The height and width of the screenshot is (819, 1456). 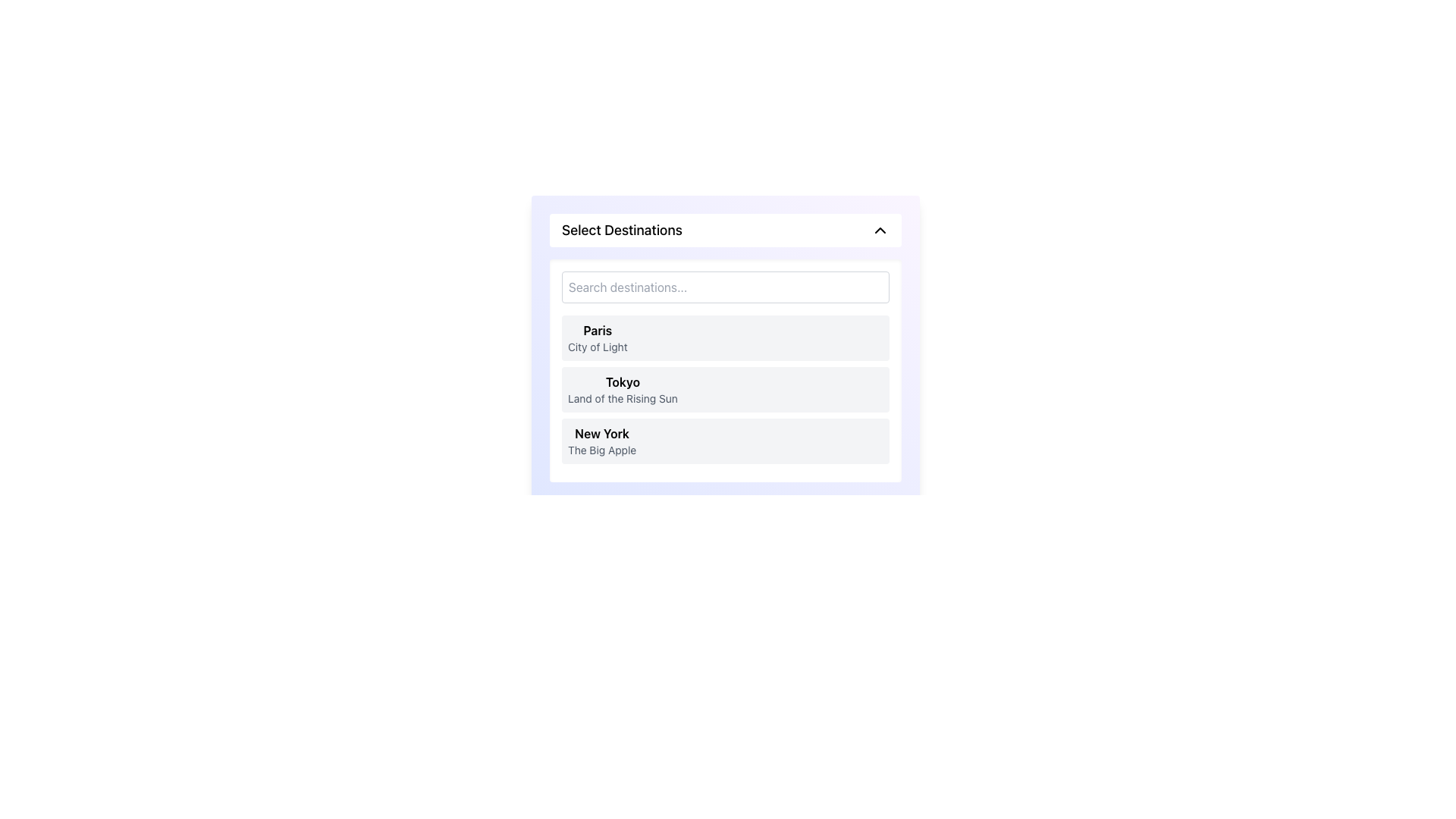 What do you see at coordinates (623, 397) in the screenshot?
I see `the Text Label that provides supplementary information related to the 'Tokyo' selection in the dropdown list` at bounding box center [623, 397].